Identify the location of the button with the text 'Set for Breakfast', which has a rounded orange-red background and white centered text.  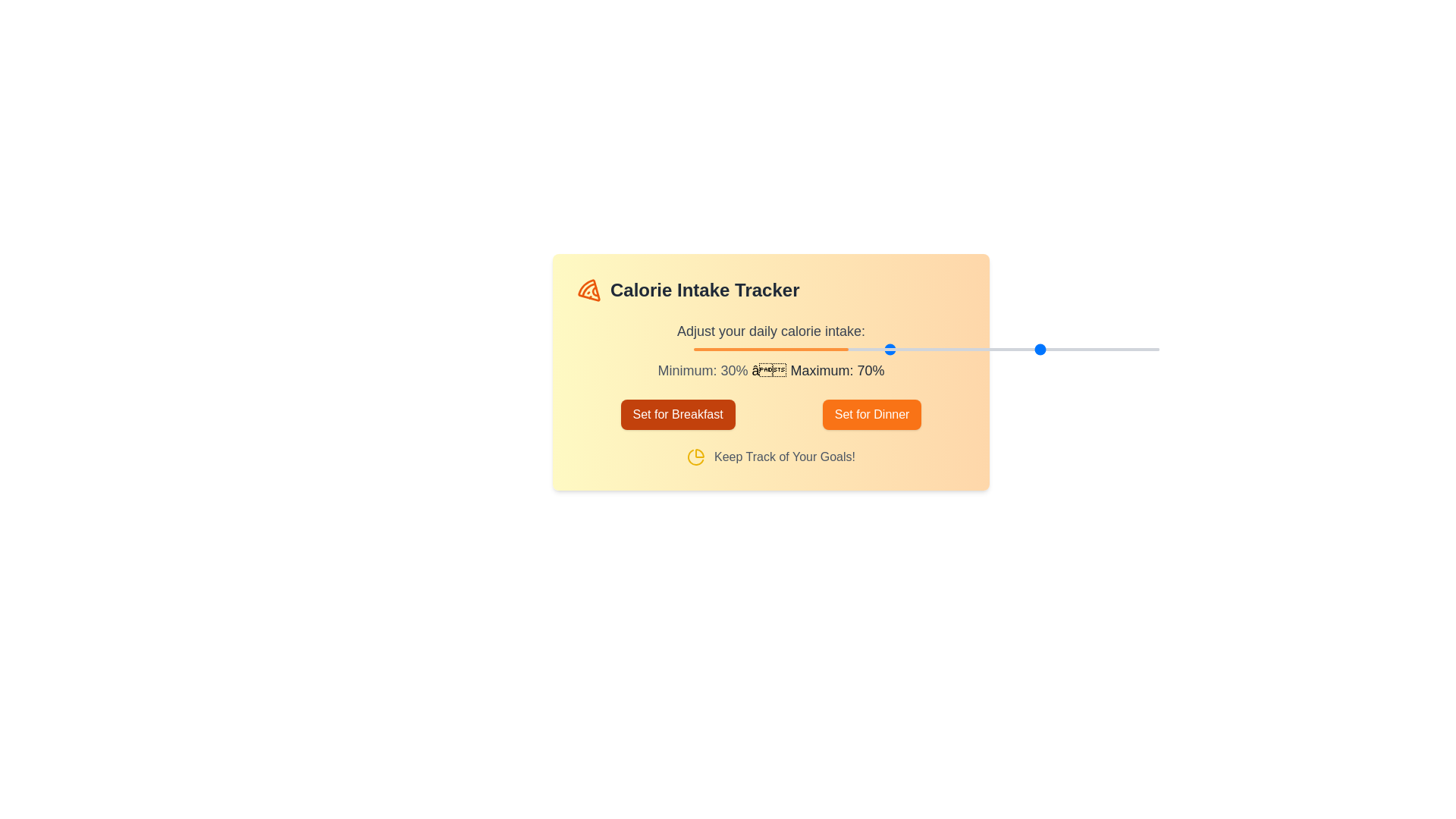
(677, 415).